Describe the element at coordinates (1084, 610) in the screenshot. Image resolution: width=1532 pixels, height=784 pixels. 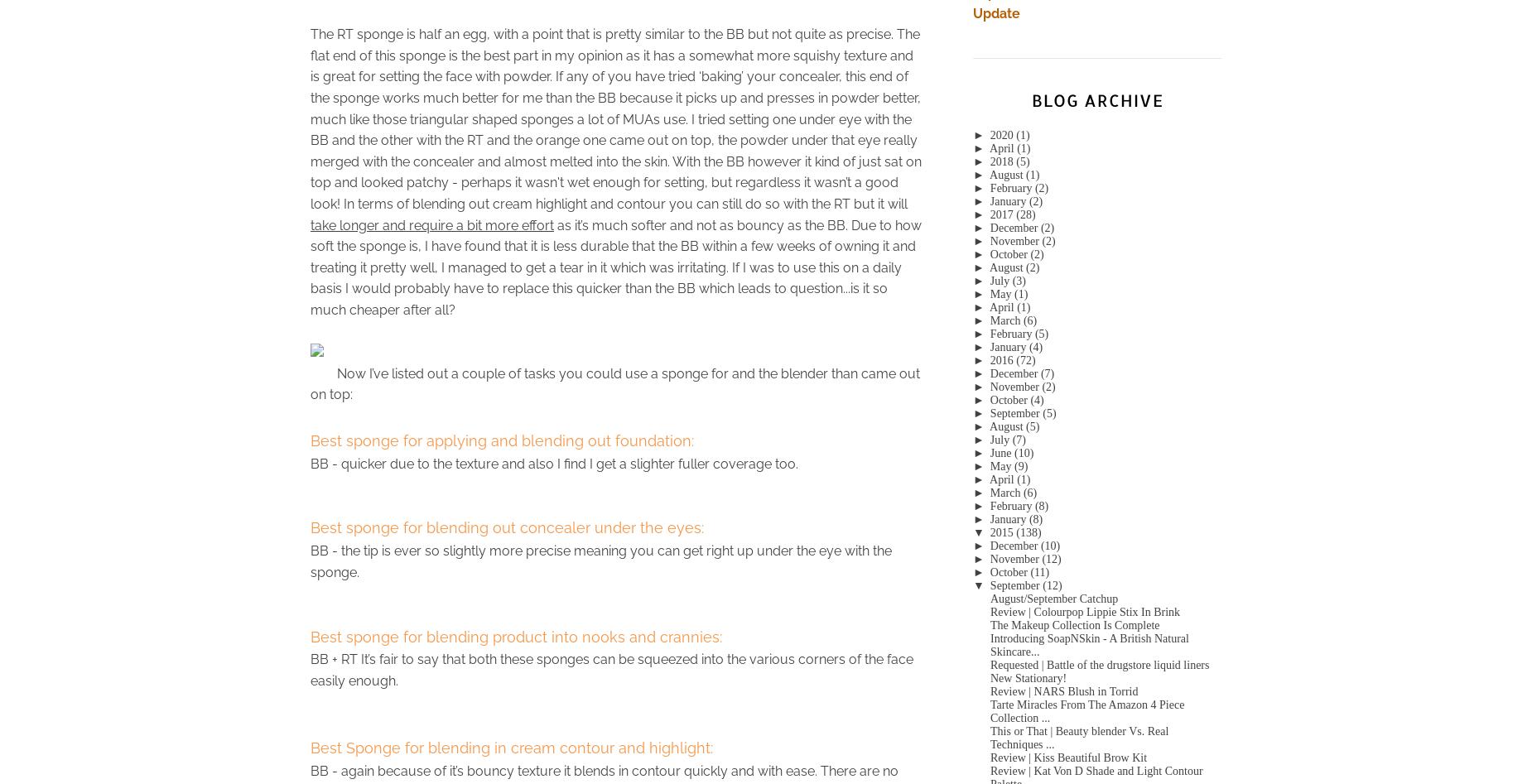
I see `'Review | Colourpop Lippie Stix In Brink'` at that location.